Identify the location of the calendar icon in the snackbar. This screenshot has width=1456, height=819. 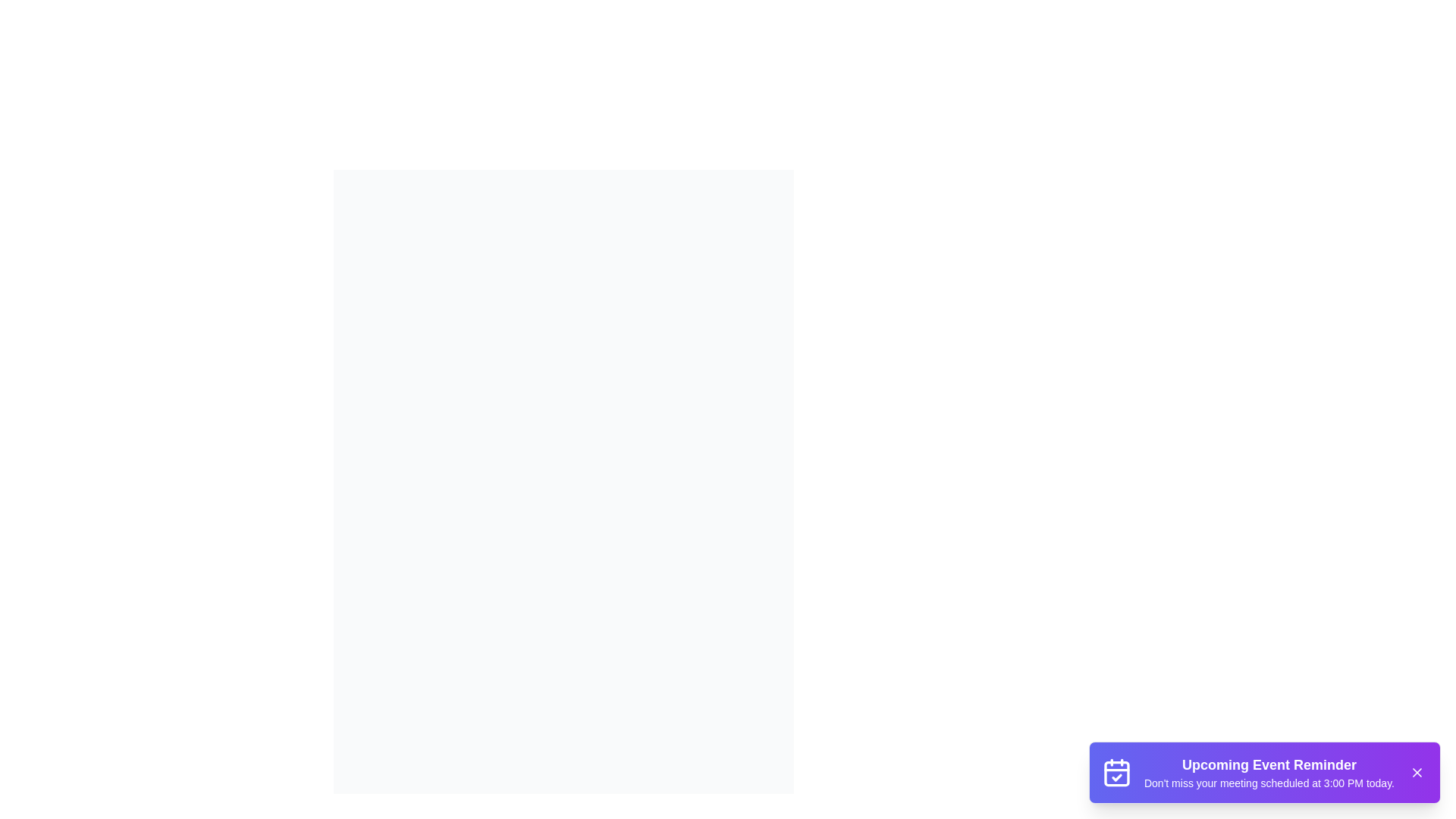
(1117, 772).